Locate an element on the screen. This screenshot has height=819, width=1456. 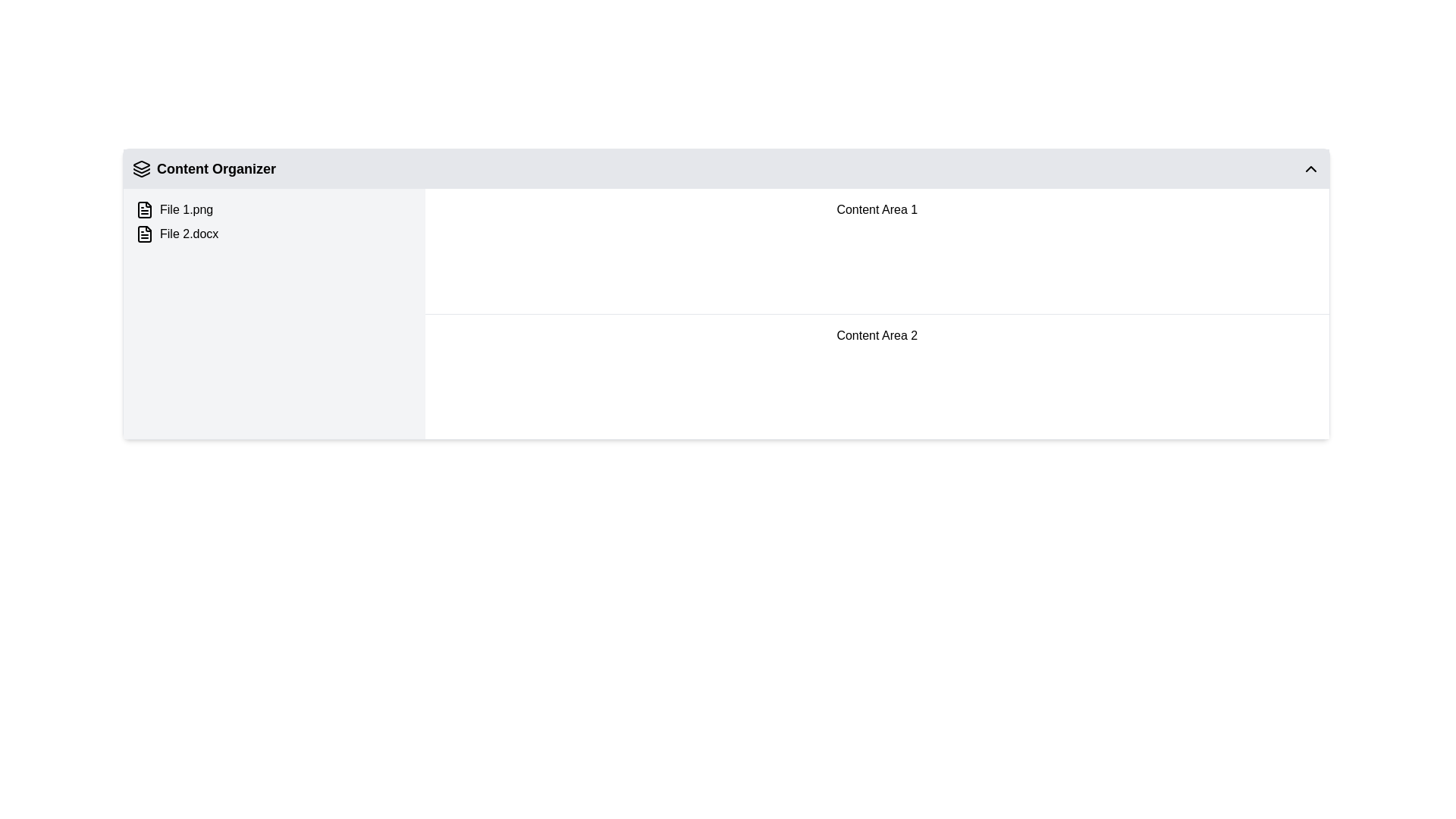
the document icon that resembles a file, located to the left of the text 'File 2.docx' in the 'Content Organizer' section is located at coordinates (145, 234).